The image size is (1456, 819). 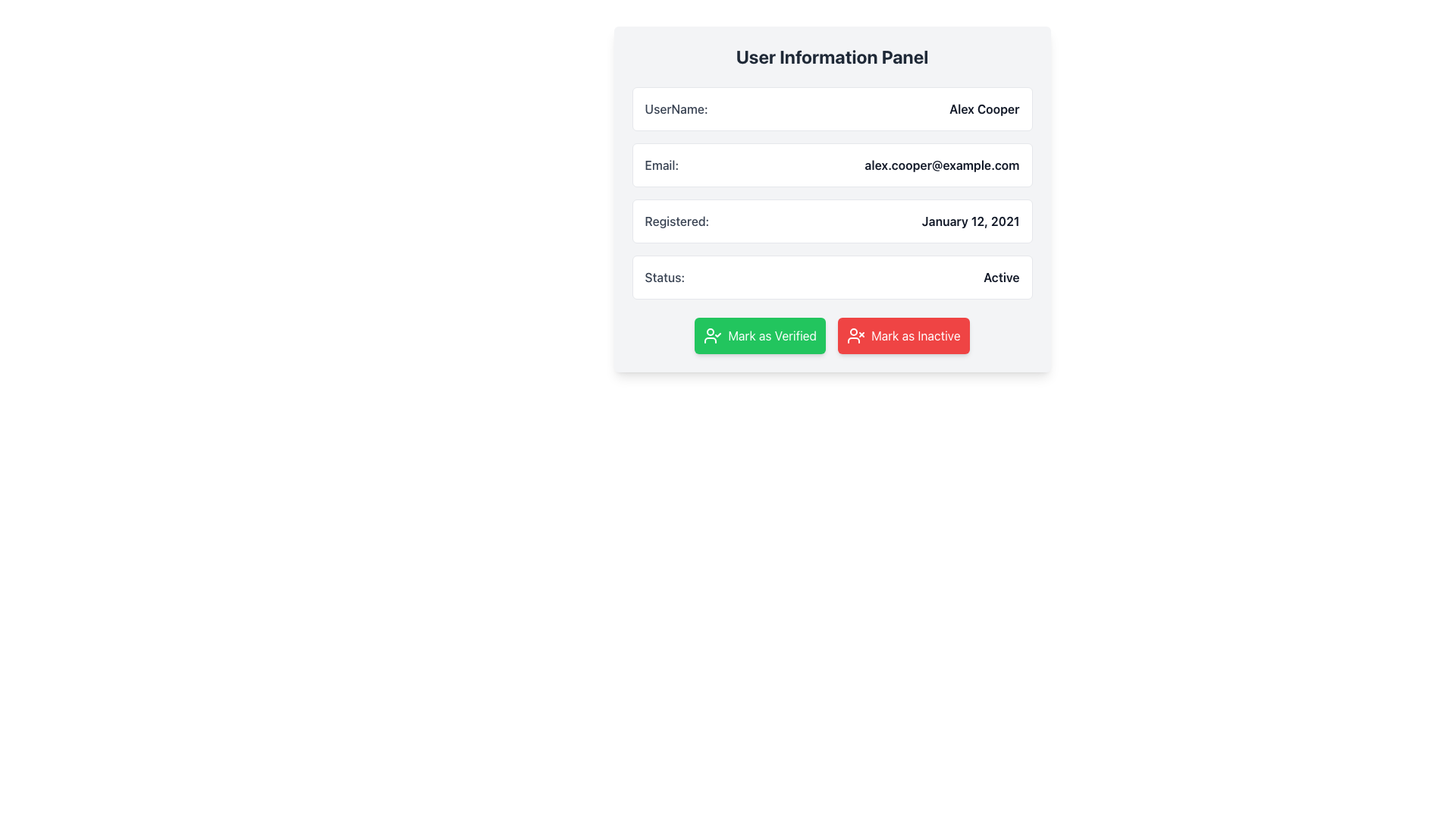 I want to click on the Static Text Label that reads 'Status:' styled in gray, positioned to the left of the value 'Active.', so click(x=664, y=278).